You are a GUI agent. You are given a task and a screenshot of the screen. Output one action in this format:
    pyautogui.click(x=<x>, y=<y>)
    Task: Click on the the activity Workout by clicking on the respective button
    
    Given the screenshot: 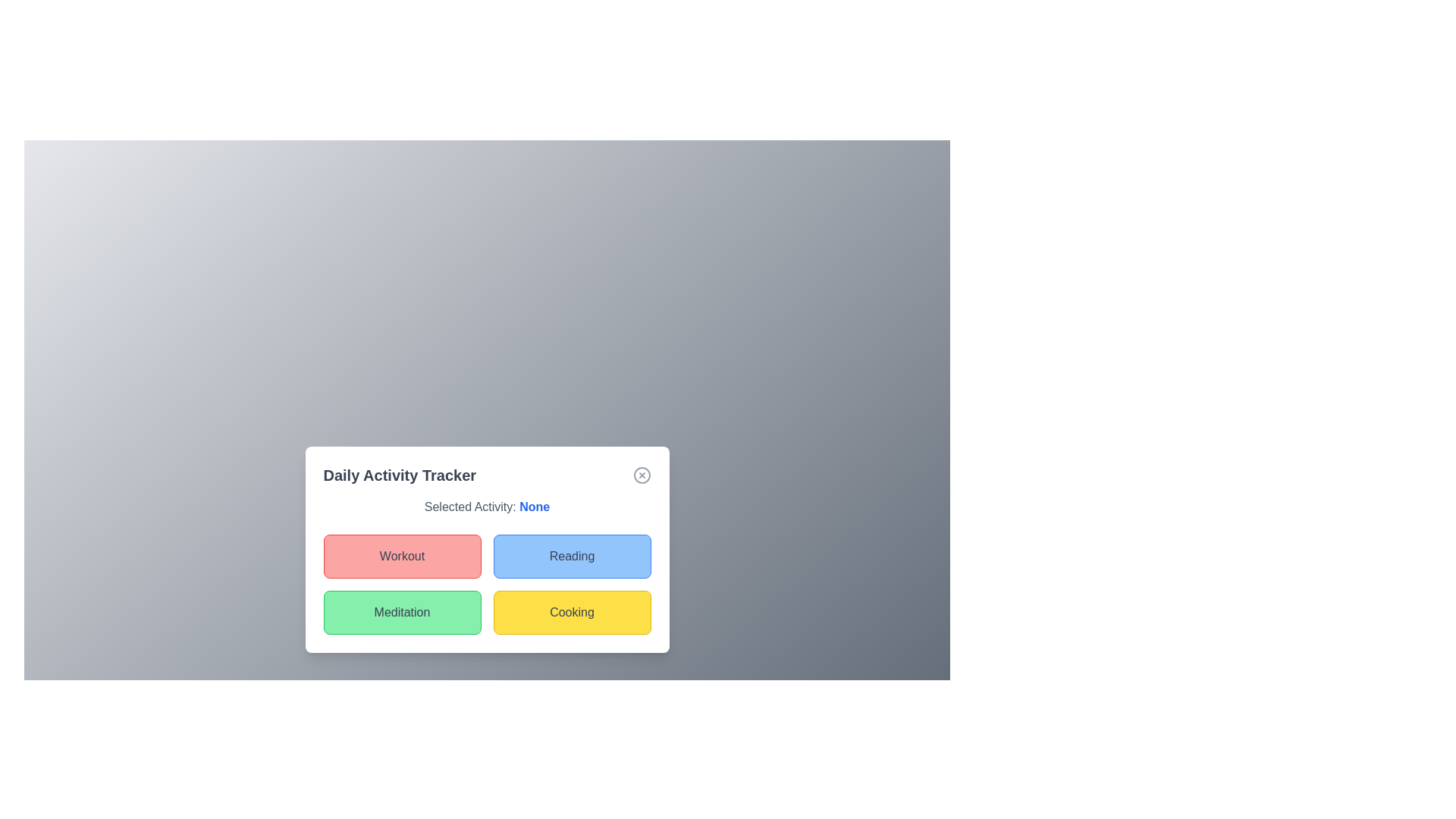 What is the action you would take?
    pyautogui.click(x=402, y=556)
    